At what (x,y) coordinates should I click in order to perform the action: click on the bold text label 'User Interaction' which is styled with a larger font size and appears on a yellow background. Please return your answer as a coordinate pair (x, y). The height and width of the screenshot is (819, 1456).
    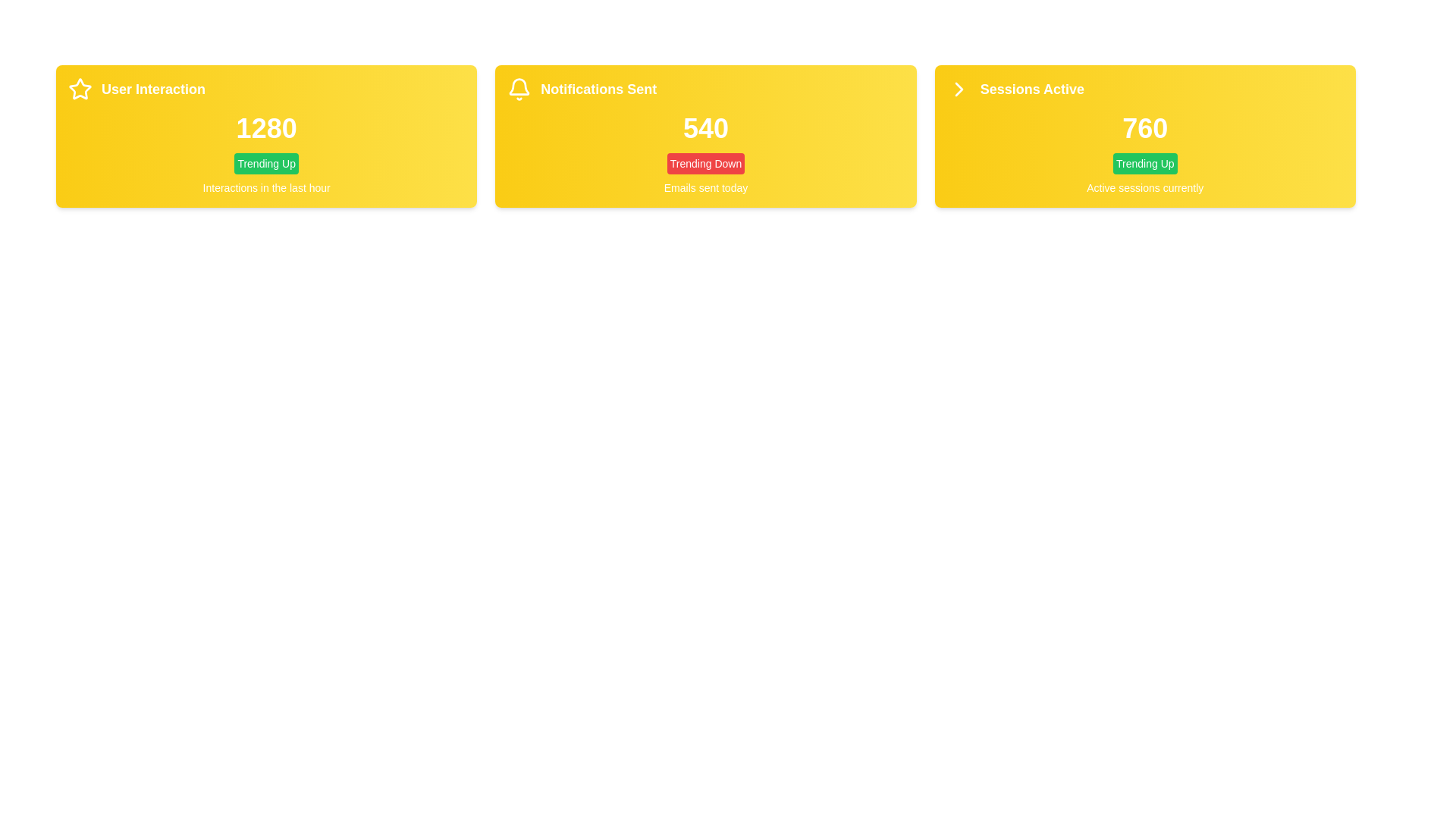
    Looking at the image, I should click on (153, 89).